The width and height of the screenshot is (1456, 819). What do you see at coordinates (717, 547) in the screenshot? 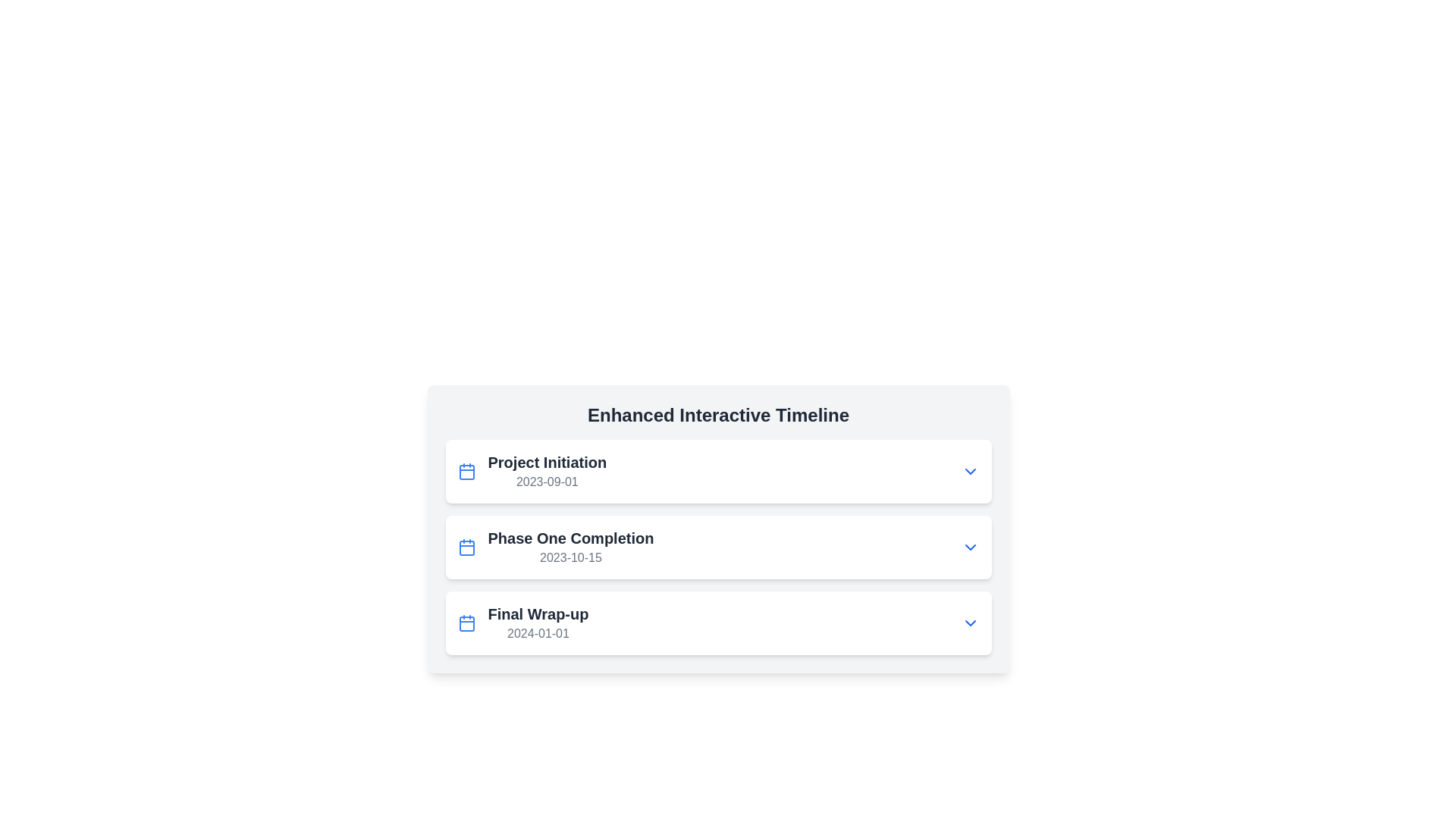
I see `the composite UI element displaying 'Phase One Completion' with the date '2023-10-15' and a drop-down arrow` at bounding box center [717, 547].